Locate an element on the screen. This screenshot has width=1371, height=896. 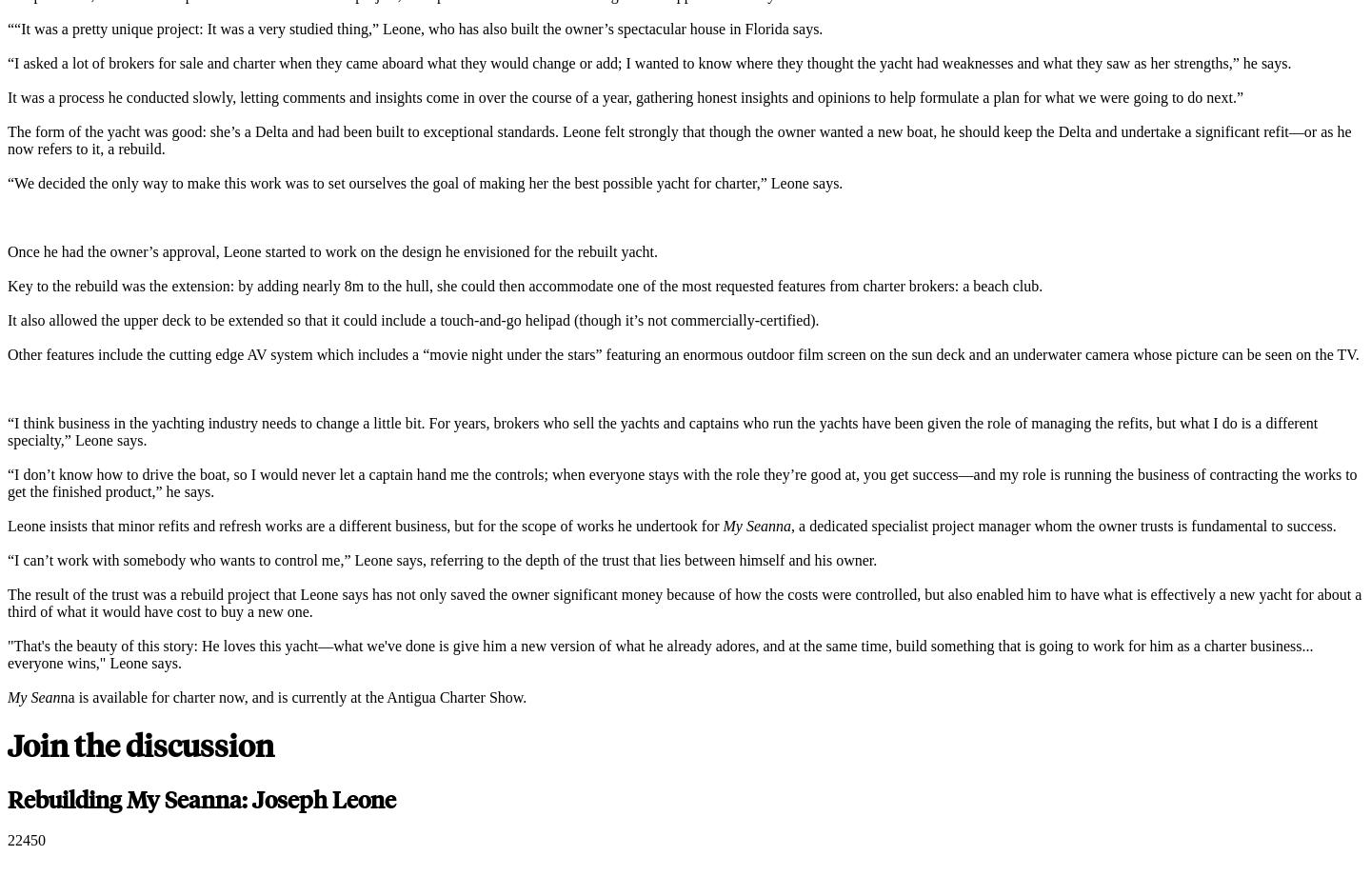
'The form of the yacht was good: she’s a Delta and had been built to exceptional standards. Leone felt strongly that though the owner wanted a new boat, he should keep the Delta and undertake a significant refit—or as he now refers to it, a rebuild.' is located at coordinates (679, 138).